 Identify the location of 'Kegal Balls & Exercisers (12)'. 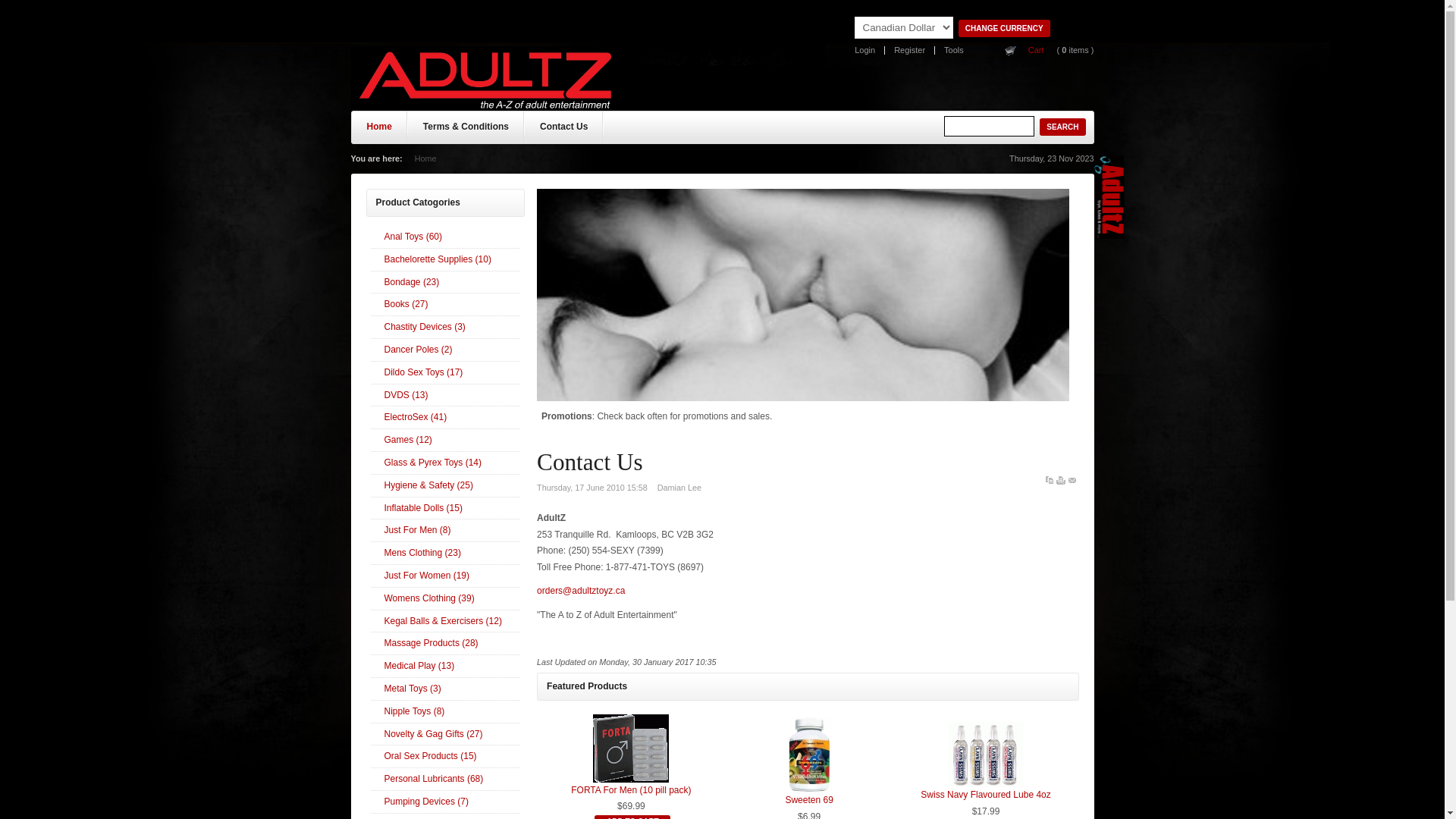
(444, 622).